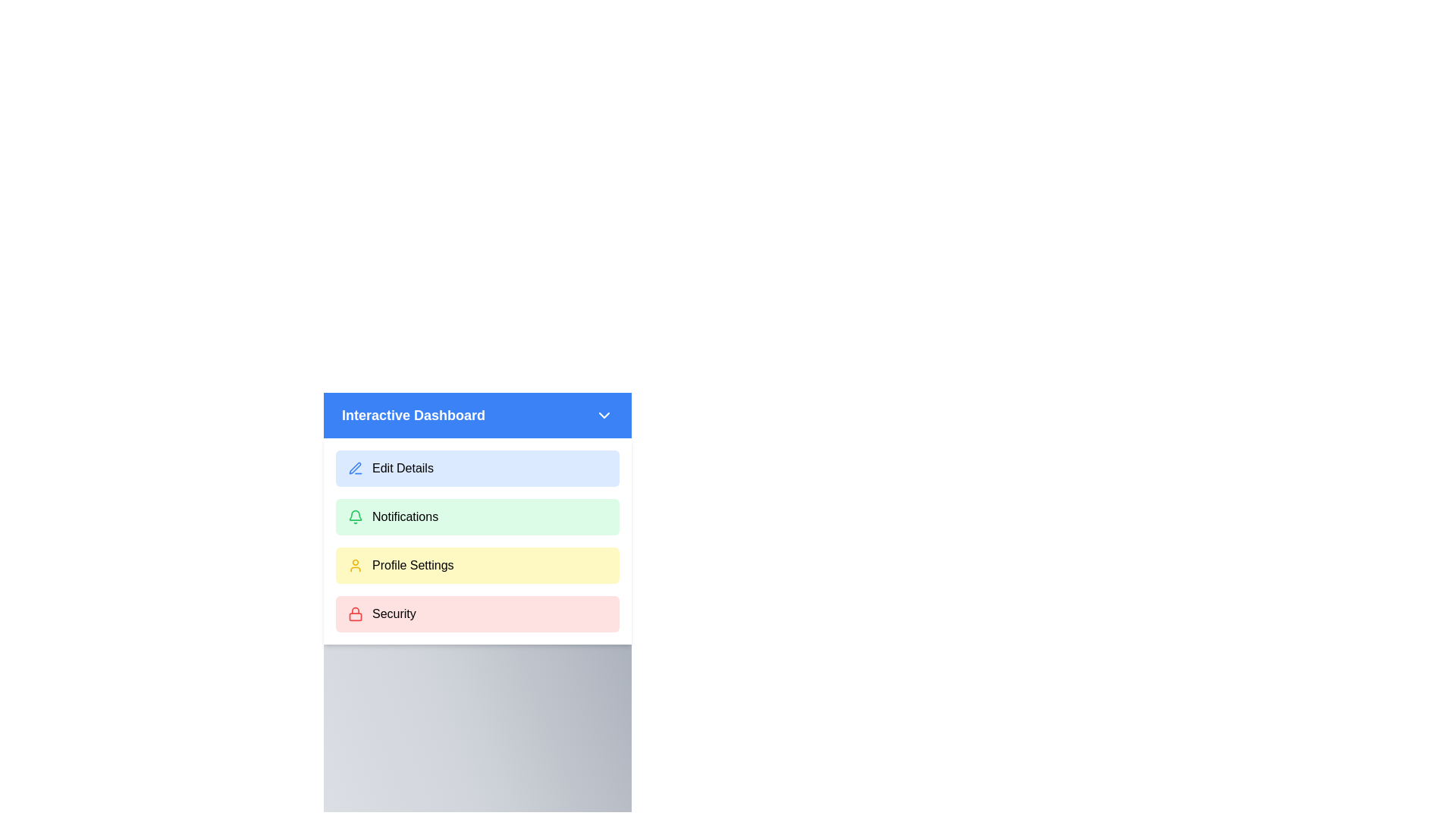  Describe the element at coordinates (476, 614) in the screenshot. I see `the menu option Security from the list` at that location.